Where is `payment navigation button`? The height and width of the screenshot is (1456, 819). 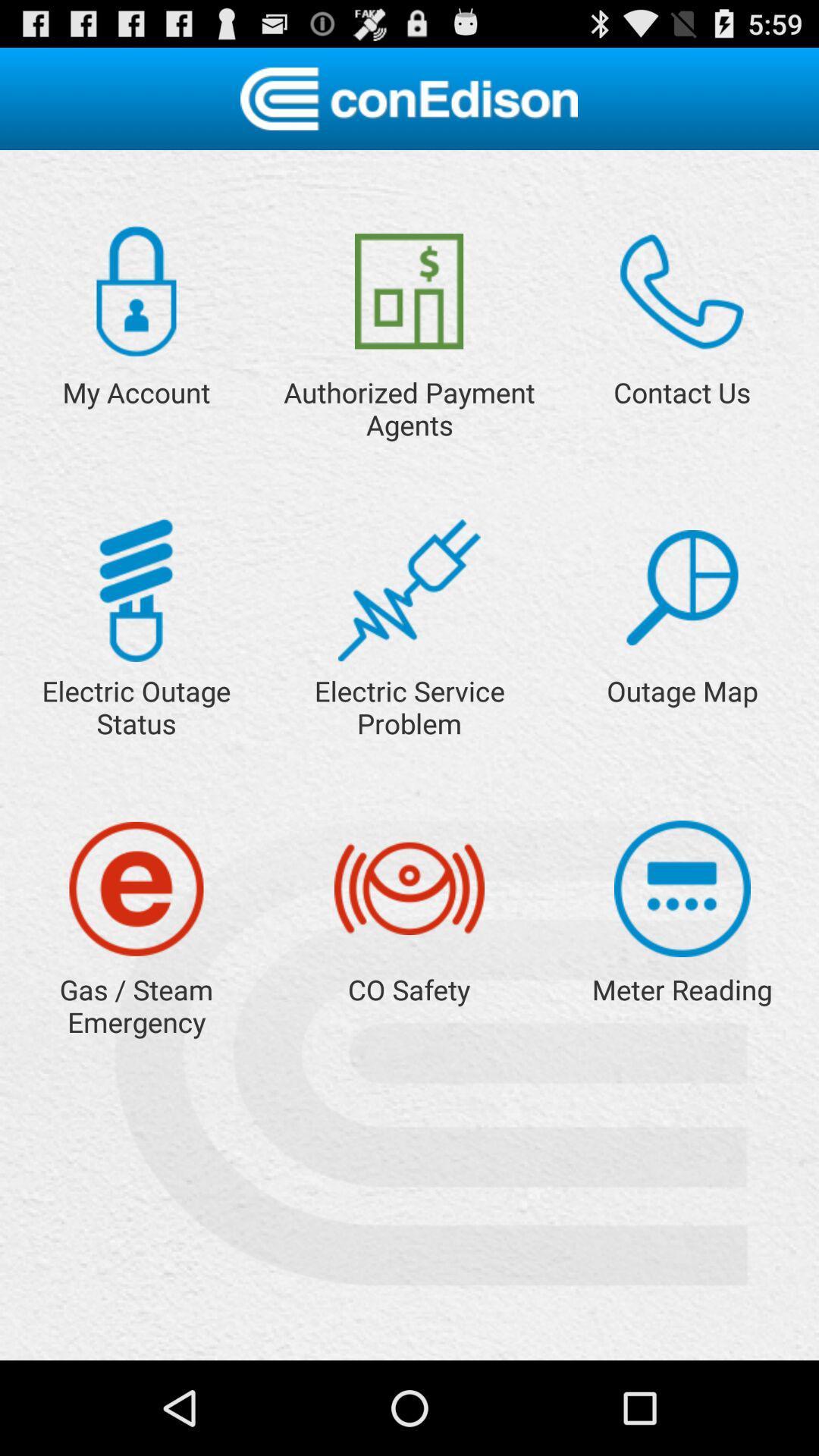 payment navigation button is located at coordinates (408, 291).